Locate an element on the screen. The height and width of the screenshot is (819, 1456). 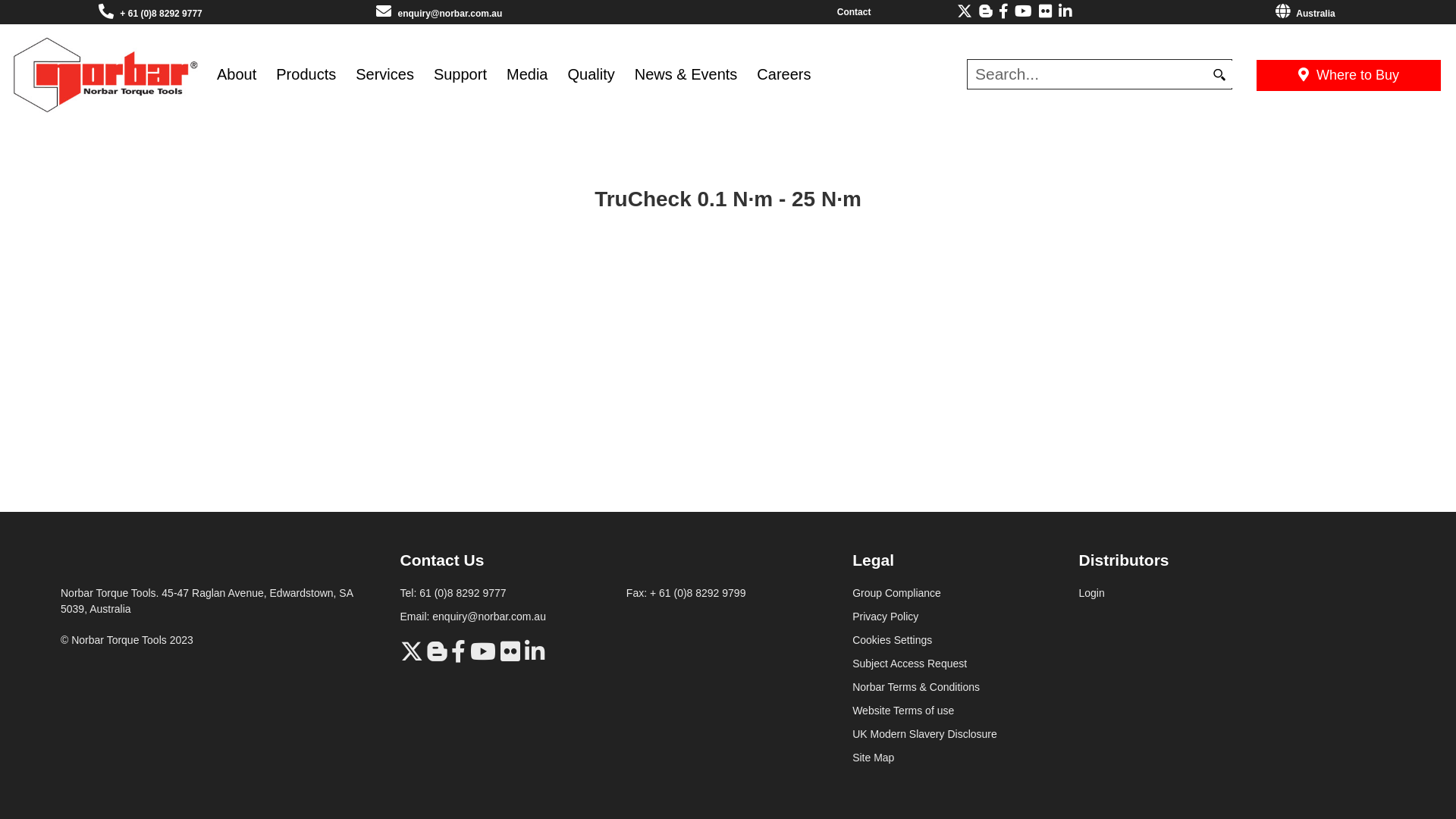
'Login' is located at coordinates (1090, 592).